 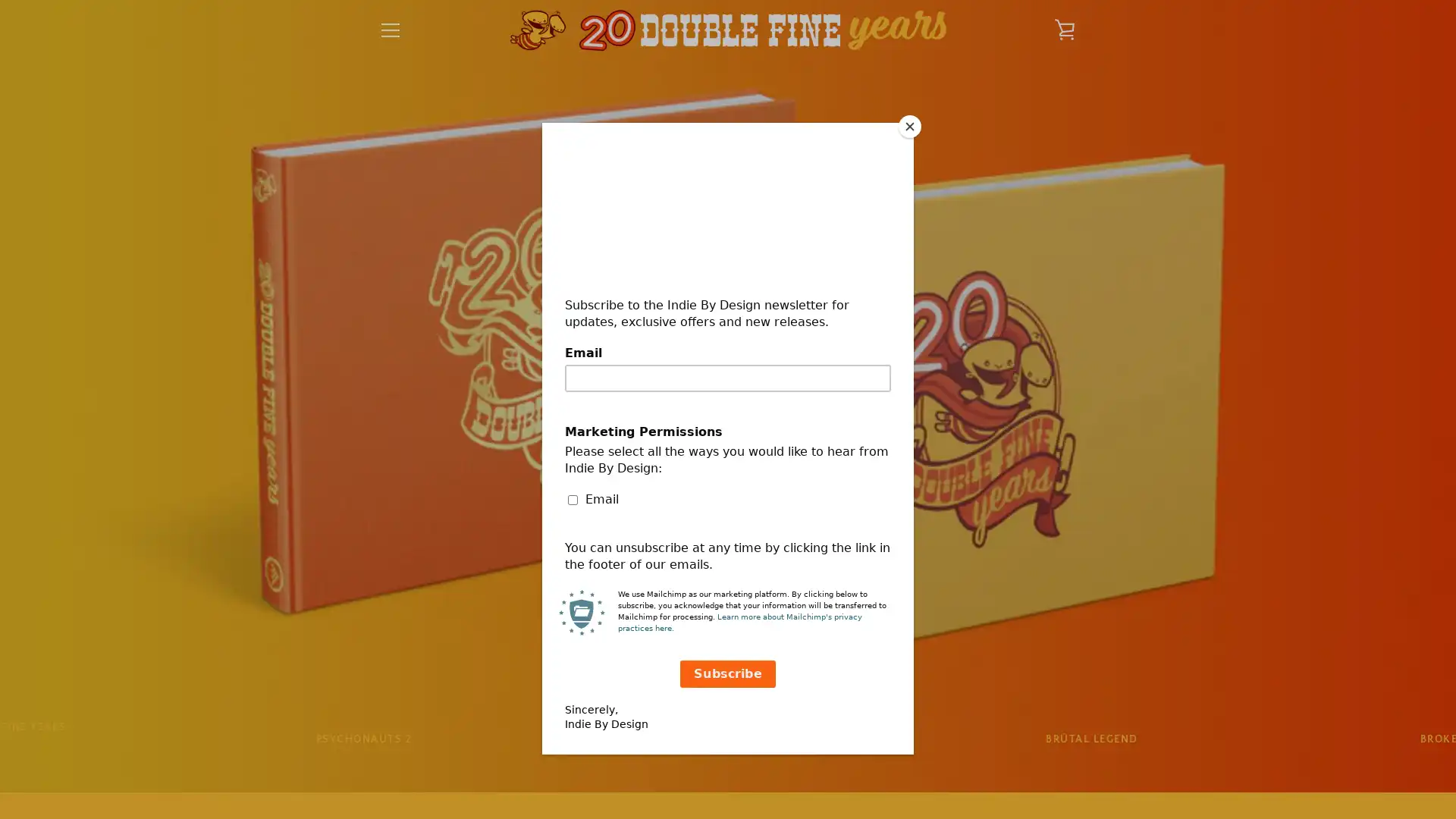 I want to click on MENU, so click(x=390, y=30).